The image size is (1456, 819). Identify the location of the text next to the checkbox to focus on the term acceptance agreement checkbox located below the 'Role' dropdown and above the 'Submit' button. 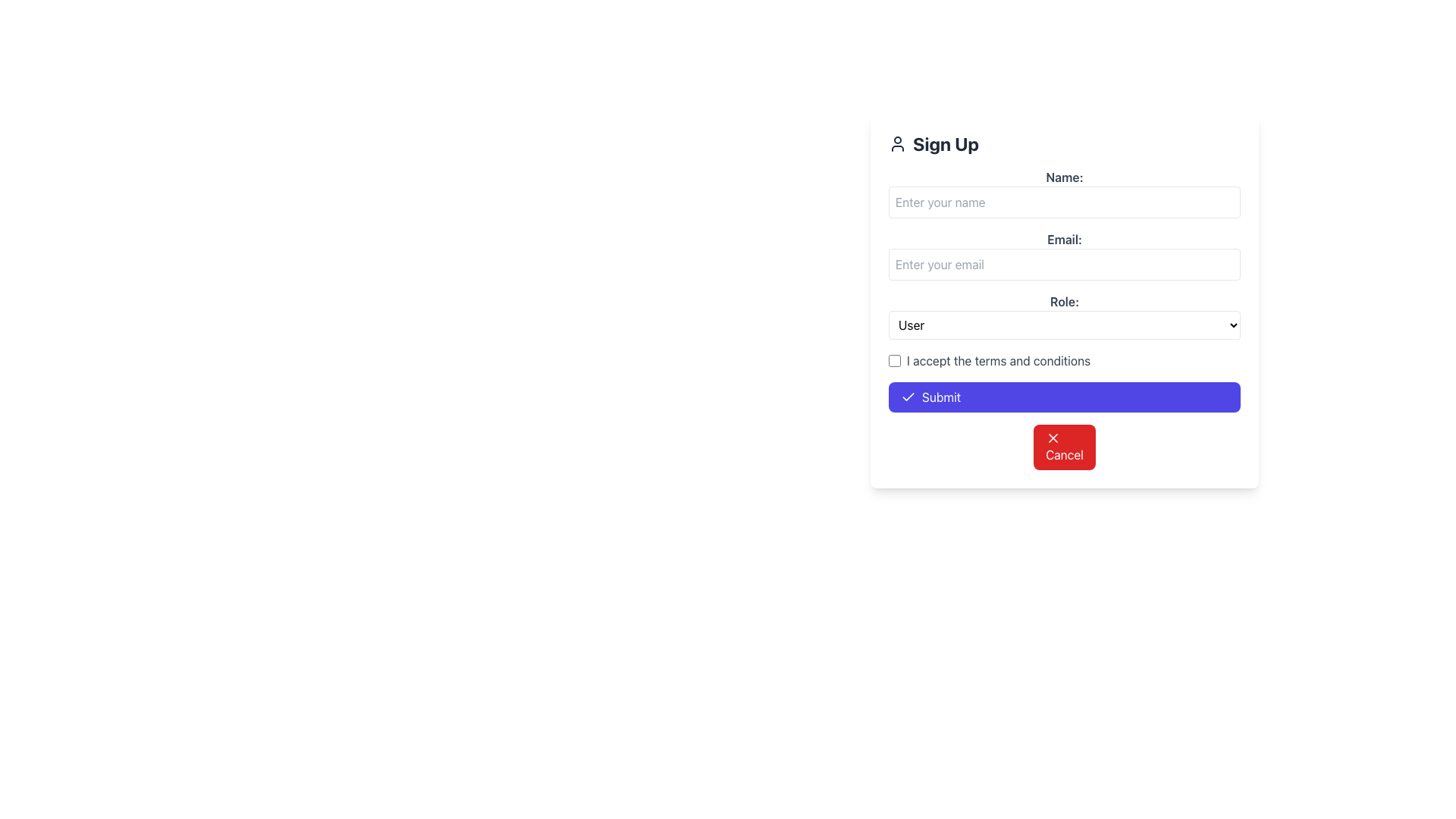
(1063, 360).